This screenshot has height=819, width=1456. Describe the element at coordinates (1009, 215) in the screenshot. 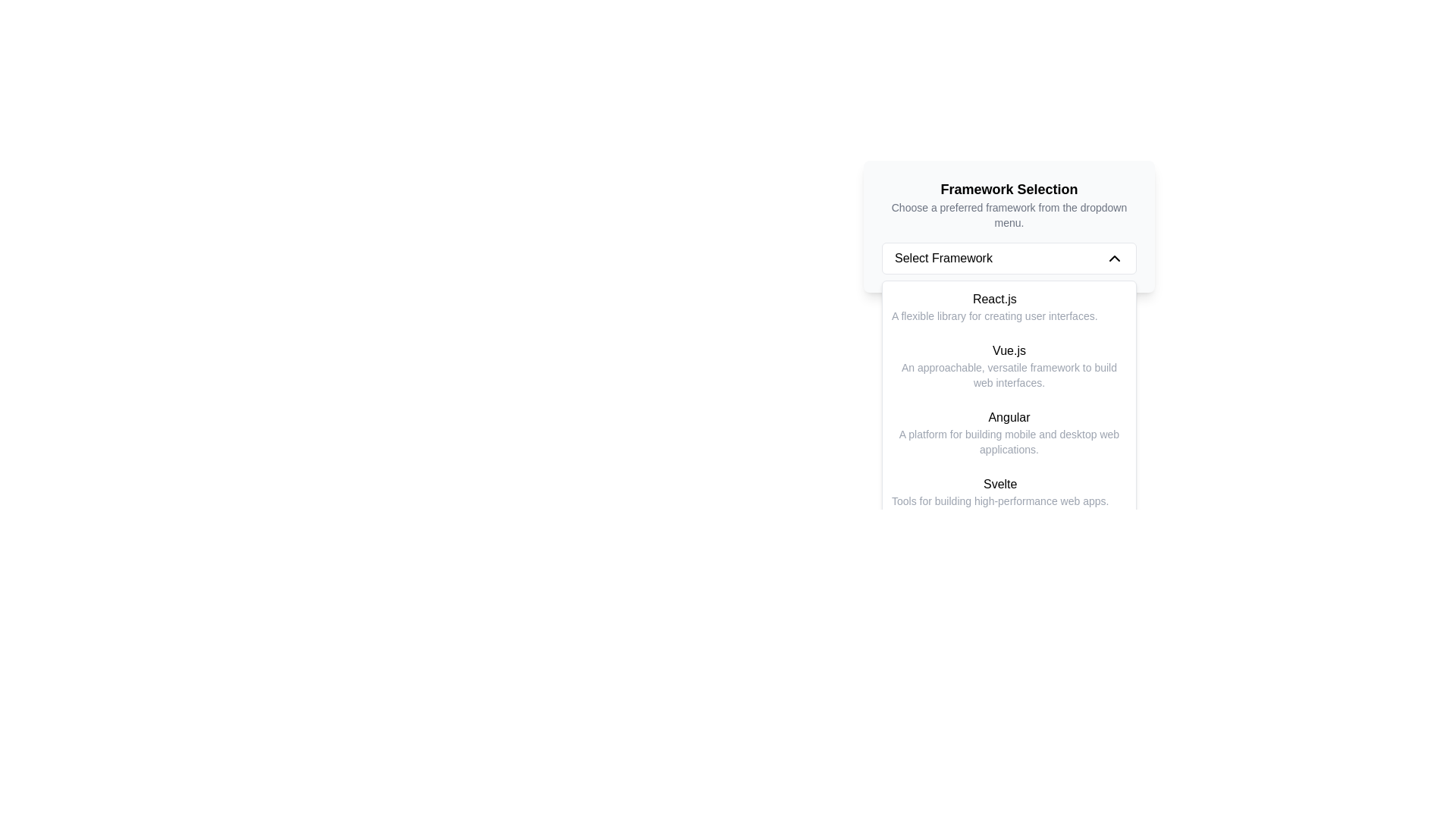

I see `the instructional text element located below the title 'Framework Selection' and above the dropdown menu labeled 'Select Framework'` at that location.